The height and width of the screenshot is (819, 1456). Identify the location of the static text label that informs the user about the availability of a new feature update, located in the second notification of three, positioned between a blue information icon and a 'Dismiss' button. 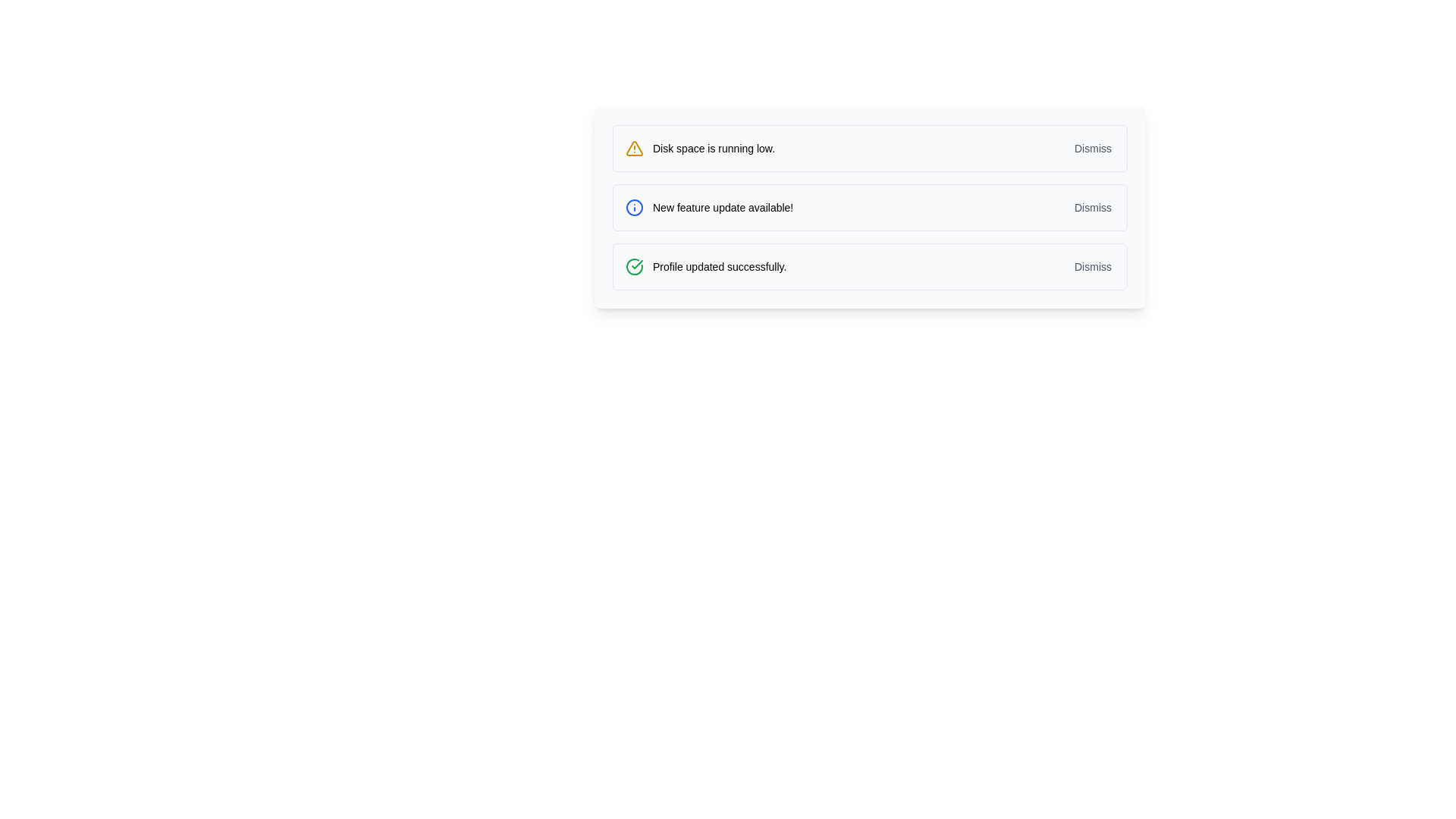
(722, 207).